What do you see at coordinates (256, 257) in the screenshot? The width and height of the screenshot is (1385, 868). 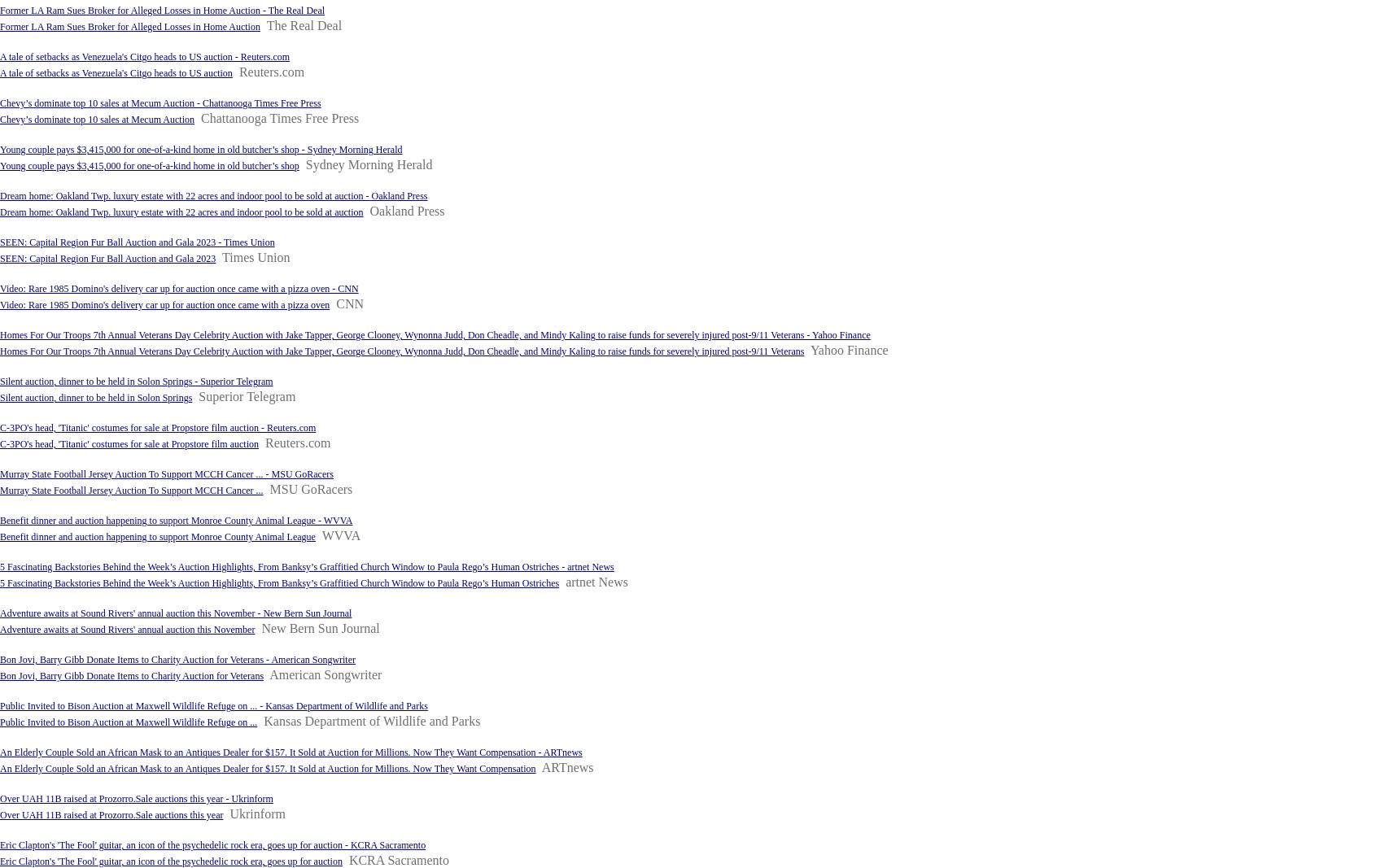 I see `'Times Union'` at bounding box center [256, 257].